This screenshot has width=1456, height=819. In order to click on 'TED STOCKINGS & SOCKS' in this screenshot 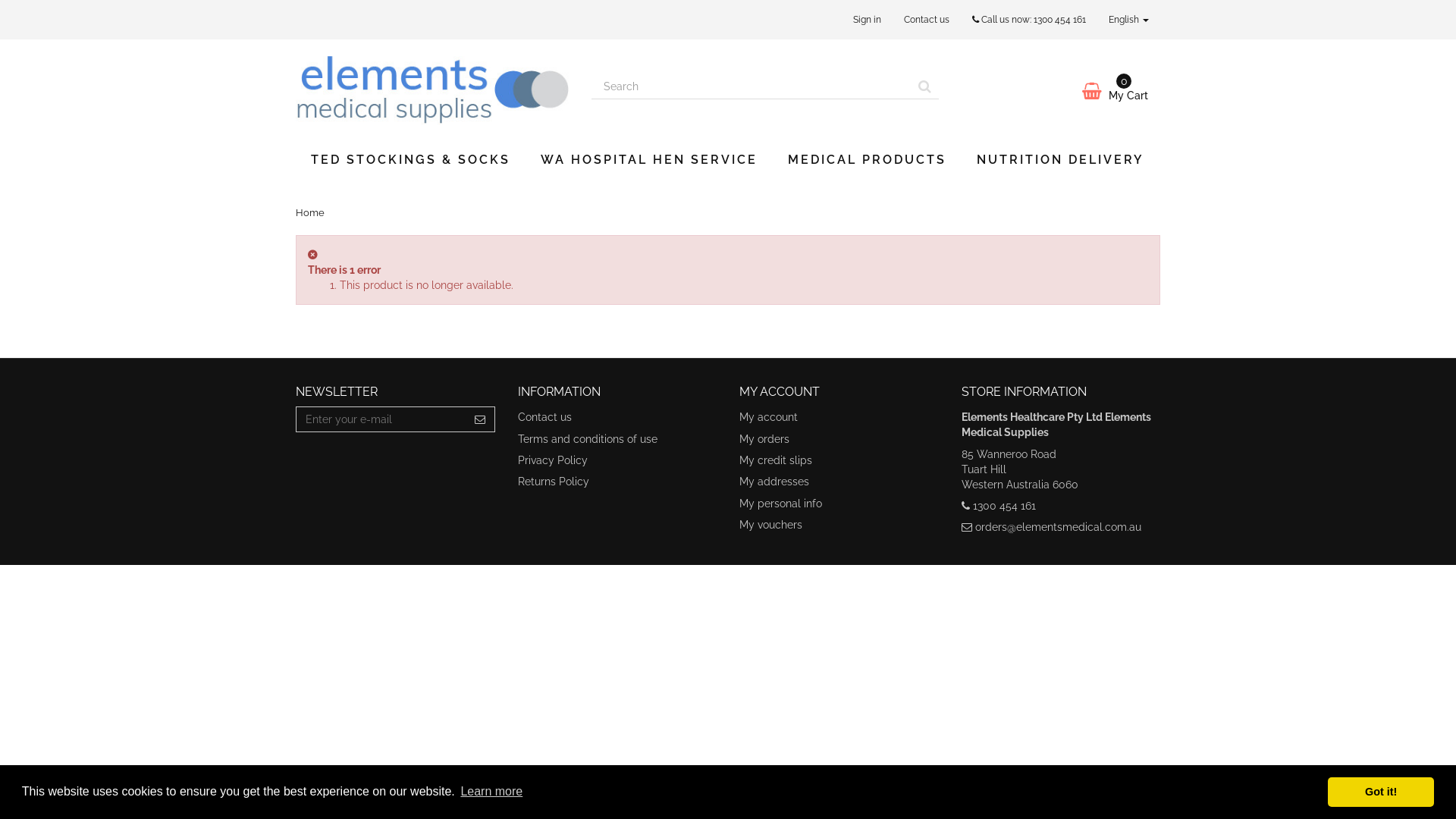, I will do `click(410, 160)`.